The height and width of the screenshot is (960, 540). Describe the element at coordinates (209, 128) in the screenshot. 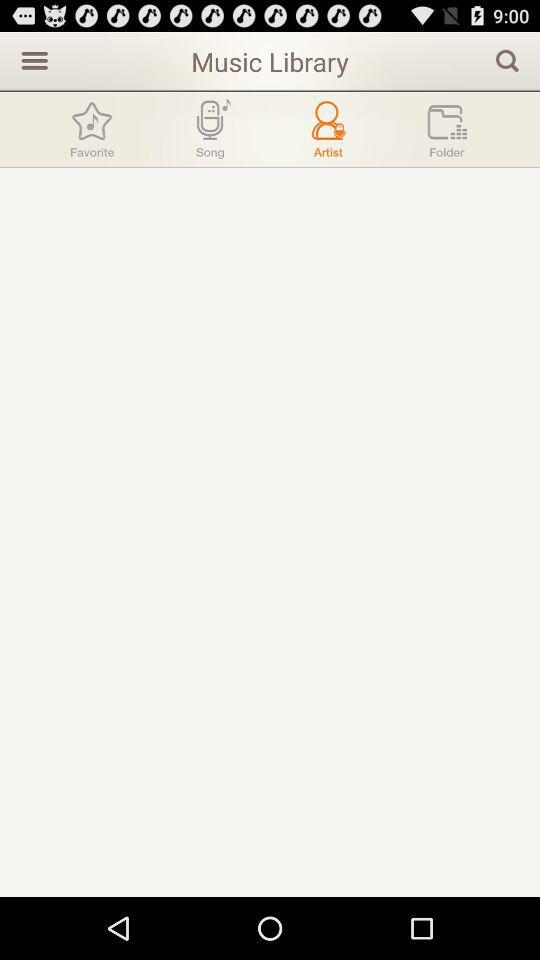

I see `the song` at that location.